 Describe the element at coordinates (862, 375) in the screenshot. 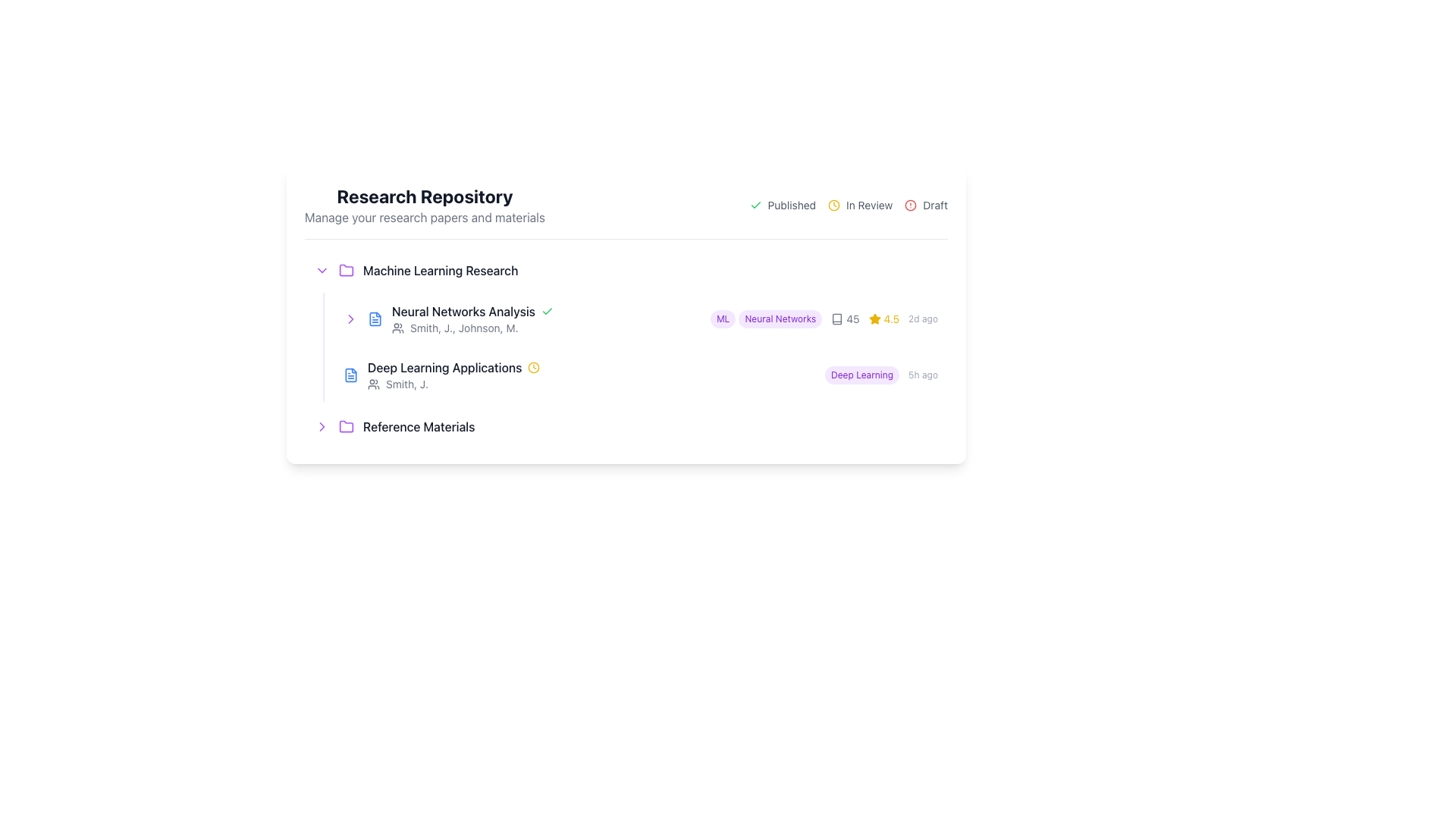

I see `the text label reading 'Deep Learning' with a soft purple background, which is positioned to the right of the entry titled 'Deep Learning Applications'` at that location.